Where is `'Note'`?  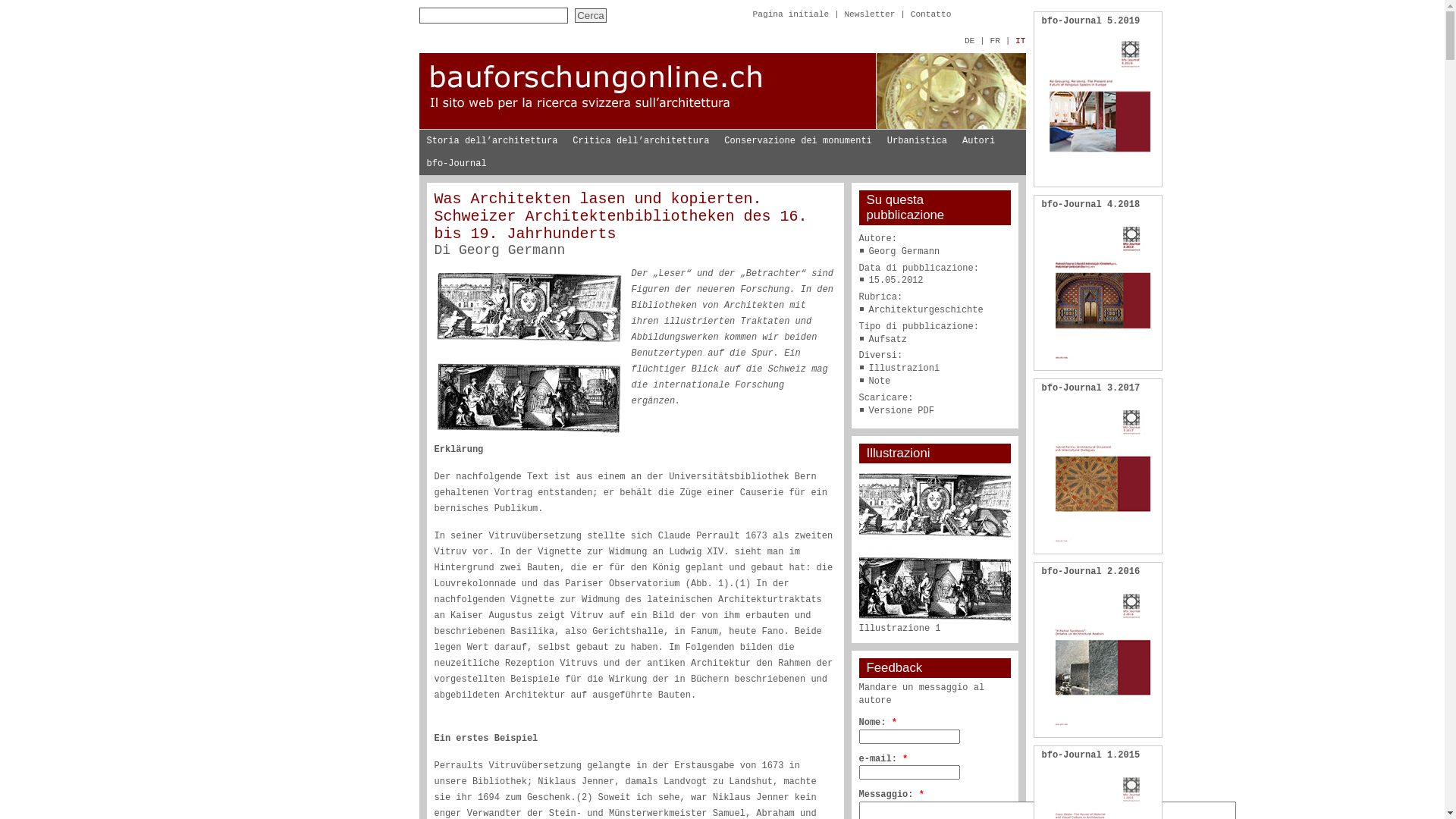 'Note' is located at coordinates (880, 380).